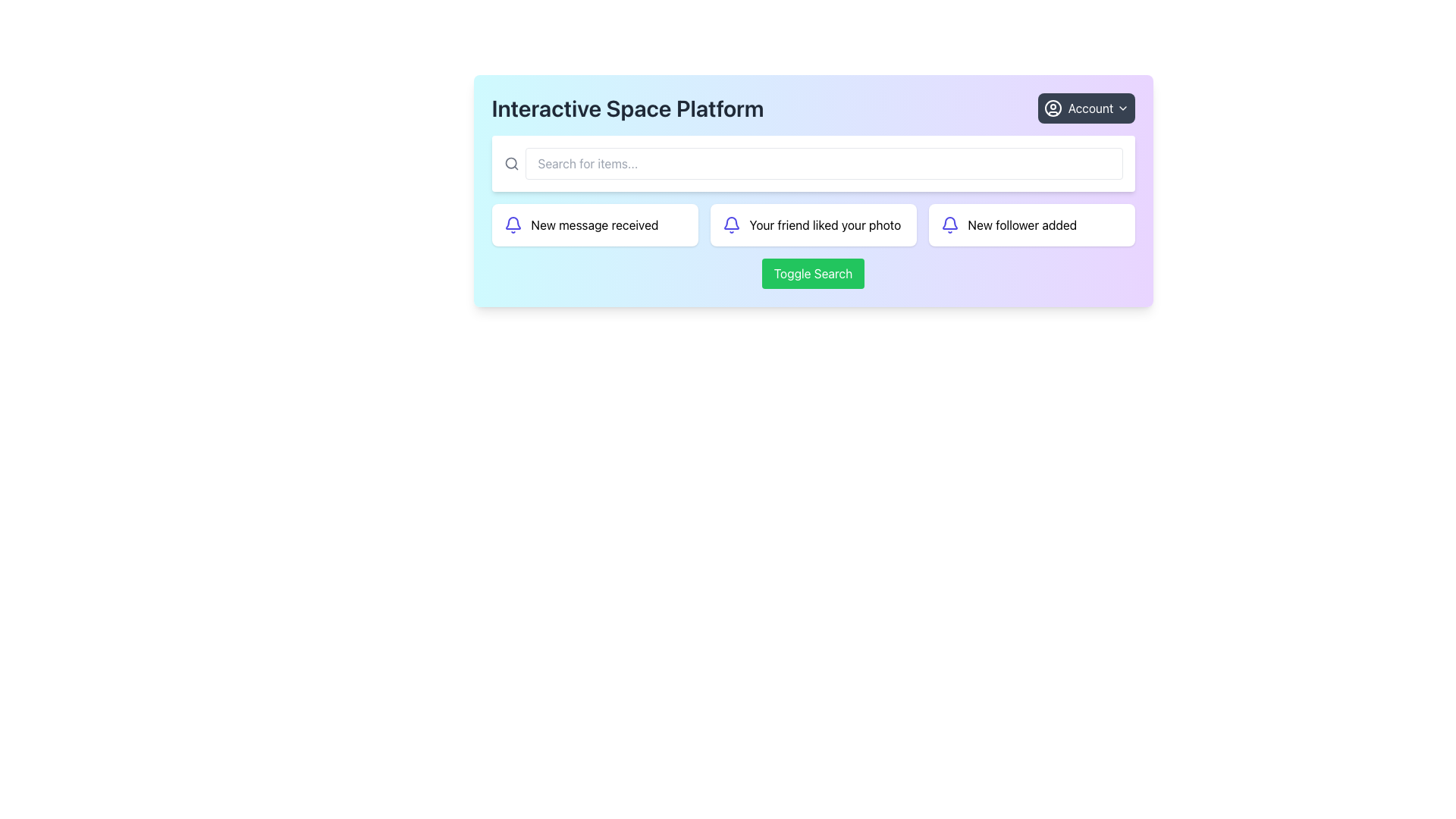  Describe the element at coordinates (1052, 107) in the screenshot. I see `the circular profile picture placeholder icon located within the 'Account' button in the top-right corner of the interface` at that location.